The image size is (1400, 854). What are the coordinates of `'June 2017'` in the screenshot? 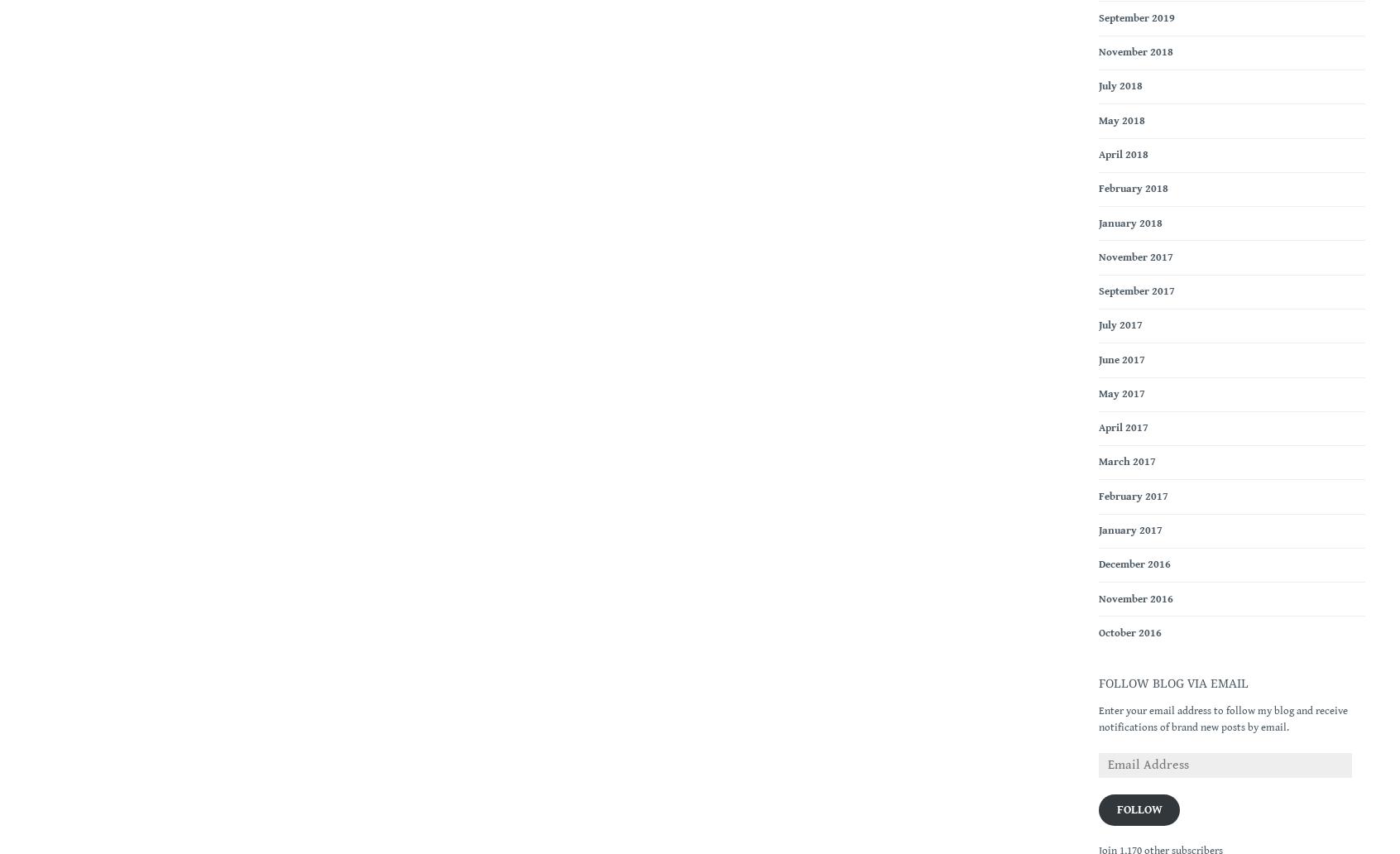 It's located at (1121, 358).